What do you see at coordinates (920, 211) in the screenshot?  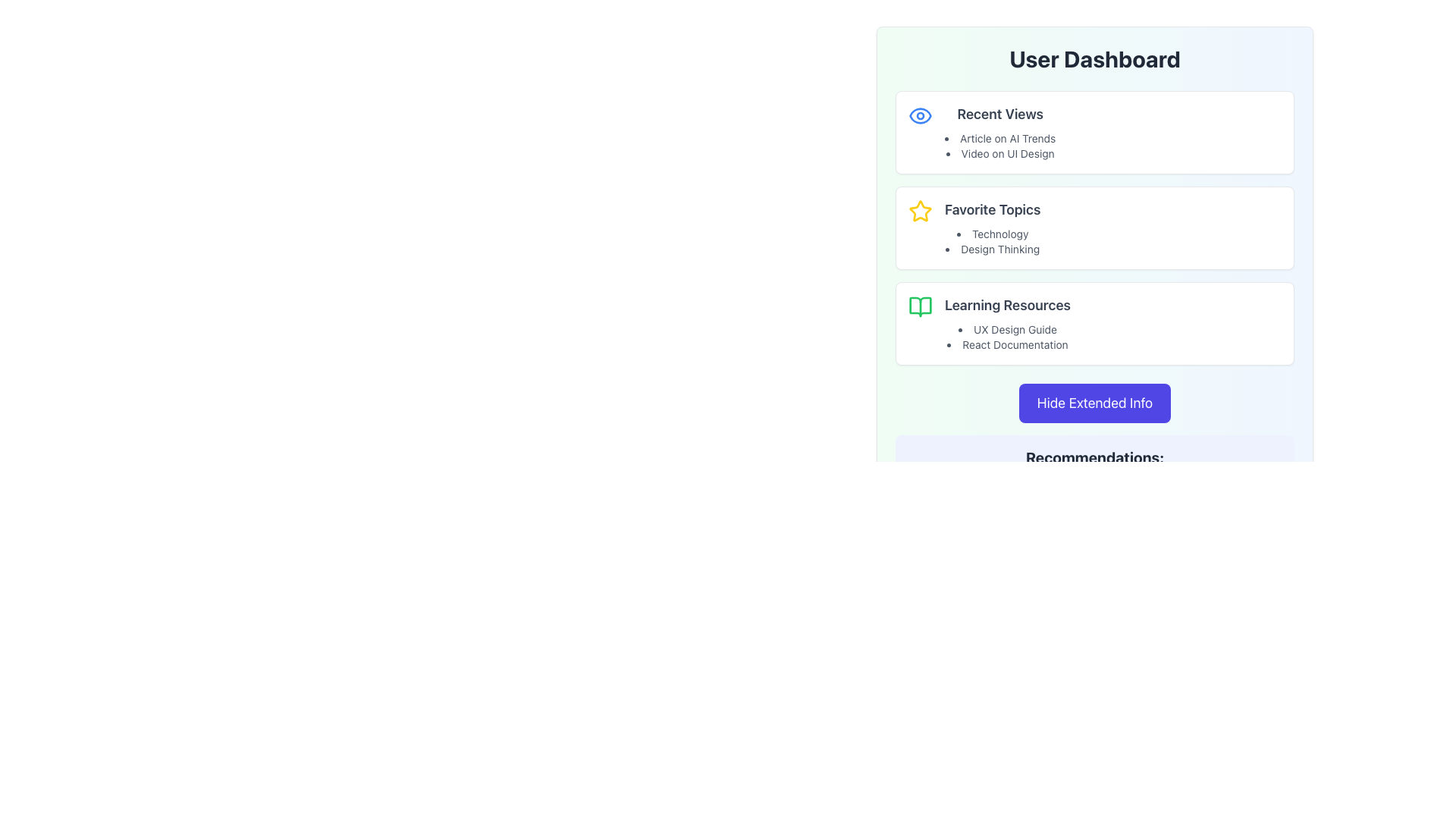 I see `the star icon with a hollow center and yellow border in the 'Favorite Topics' section of the User Dashboard` at bounding box center [920, 211].